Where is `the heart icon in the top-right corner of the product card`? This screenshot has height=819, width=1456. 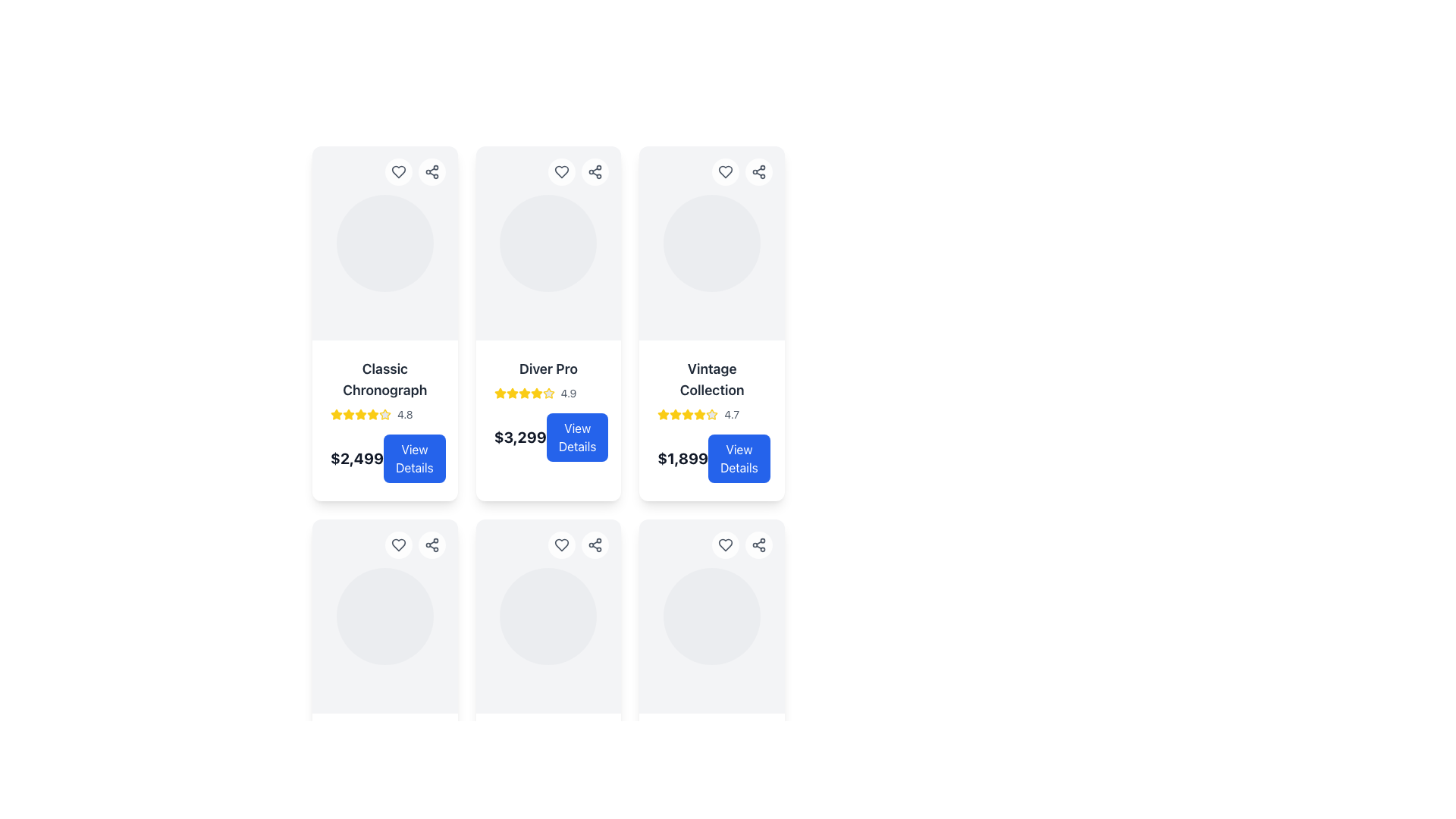 the heart icon in the top-right corner of the product card is located at coordinates (724, 544).